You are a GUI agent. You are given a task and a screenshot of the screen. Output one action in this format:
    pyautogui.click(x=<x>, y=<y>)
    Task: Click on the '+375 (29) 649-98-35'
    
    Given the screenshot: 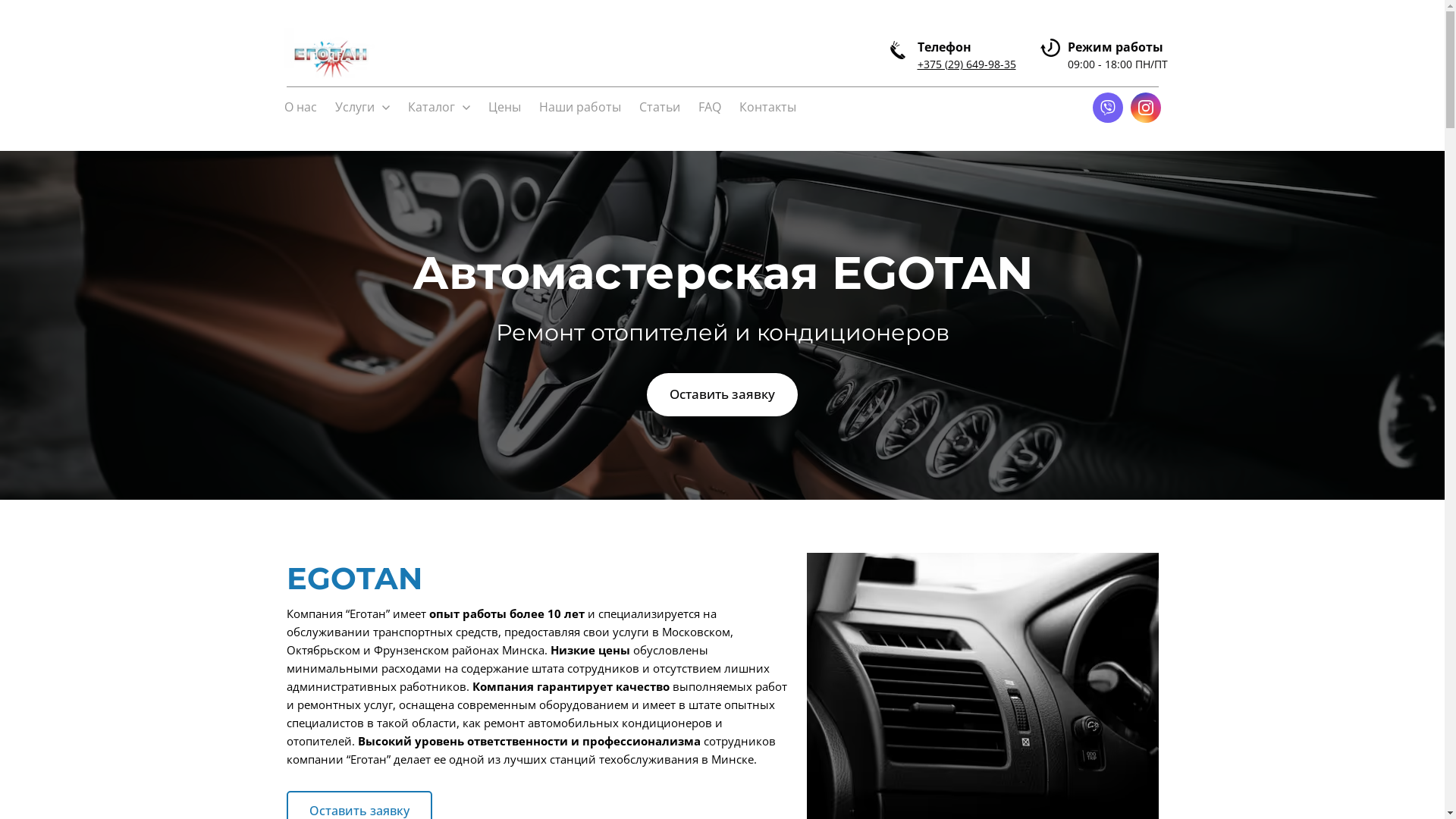 What is the action you would take?
    pyautogui.click(x=966, y=63)
    